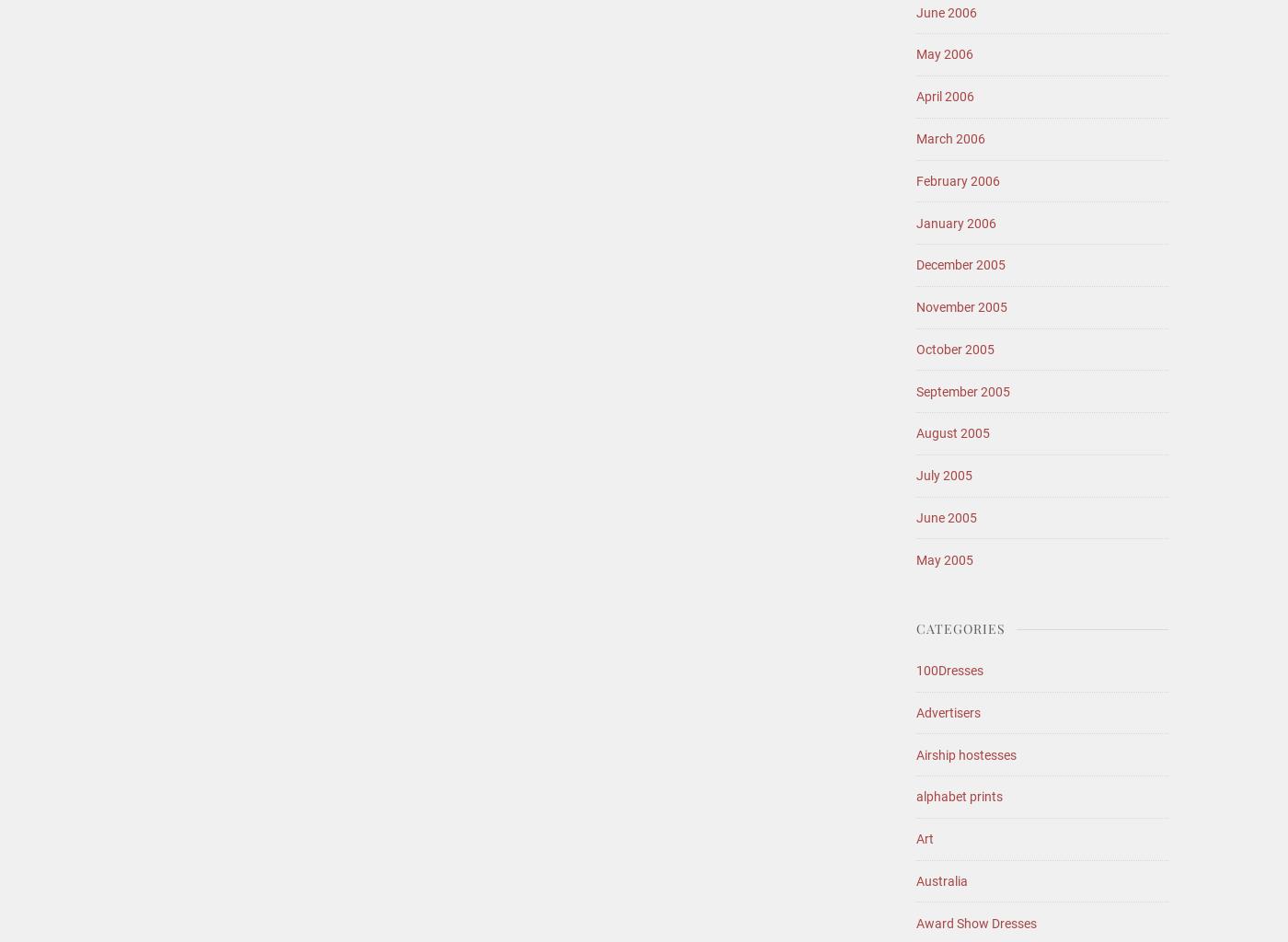 This screenshot has width=1288, height=942. Describe the element at coordinates (915, 179) in the screenshot. I see `'February 2006'` at that location.